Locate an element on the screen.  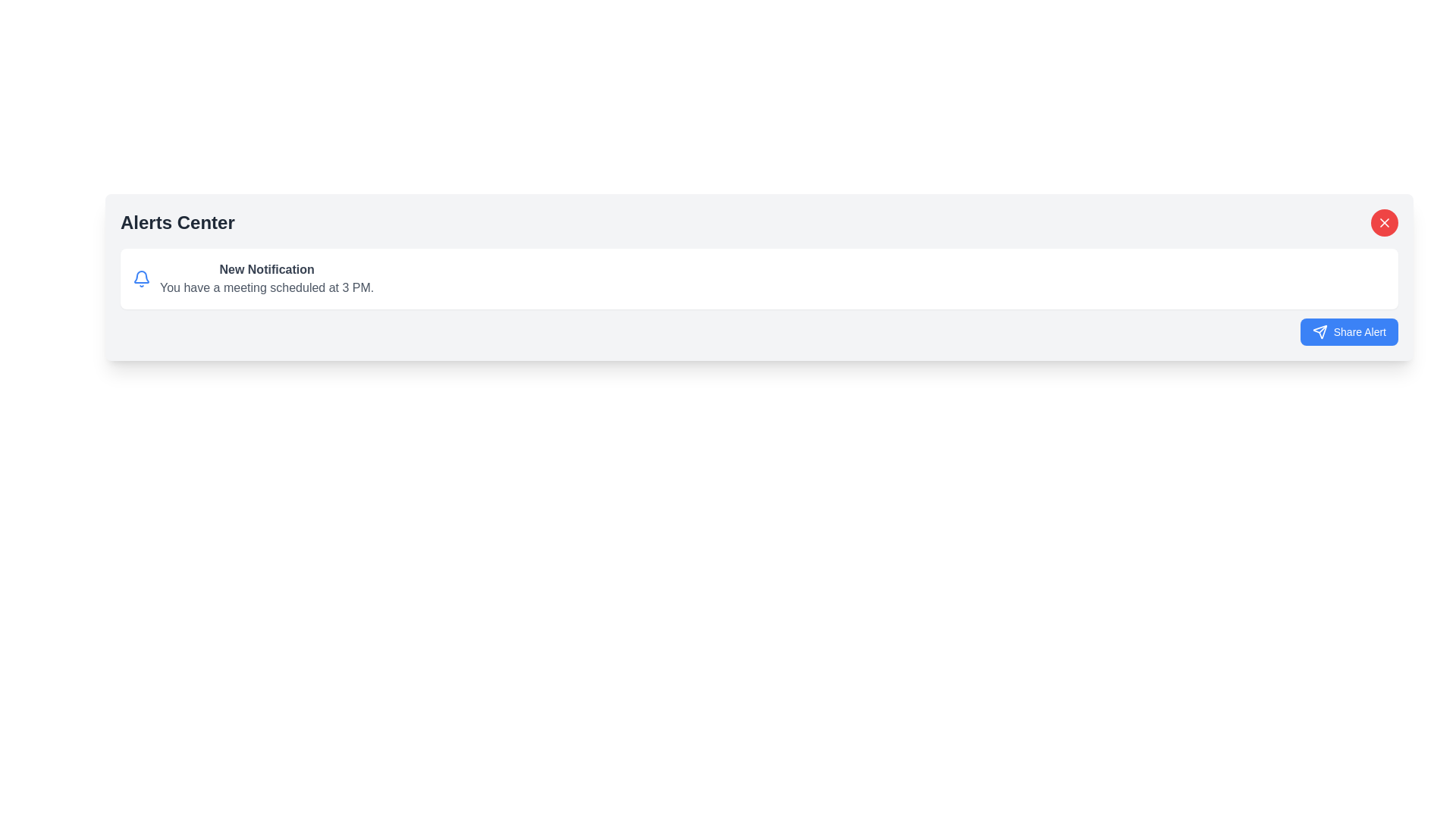
the text element that conveys the details of an upcoming meeting scheduled at 3 PM is located at coordinates (267, 288).